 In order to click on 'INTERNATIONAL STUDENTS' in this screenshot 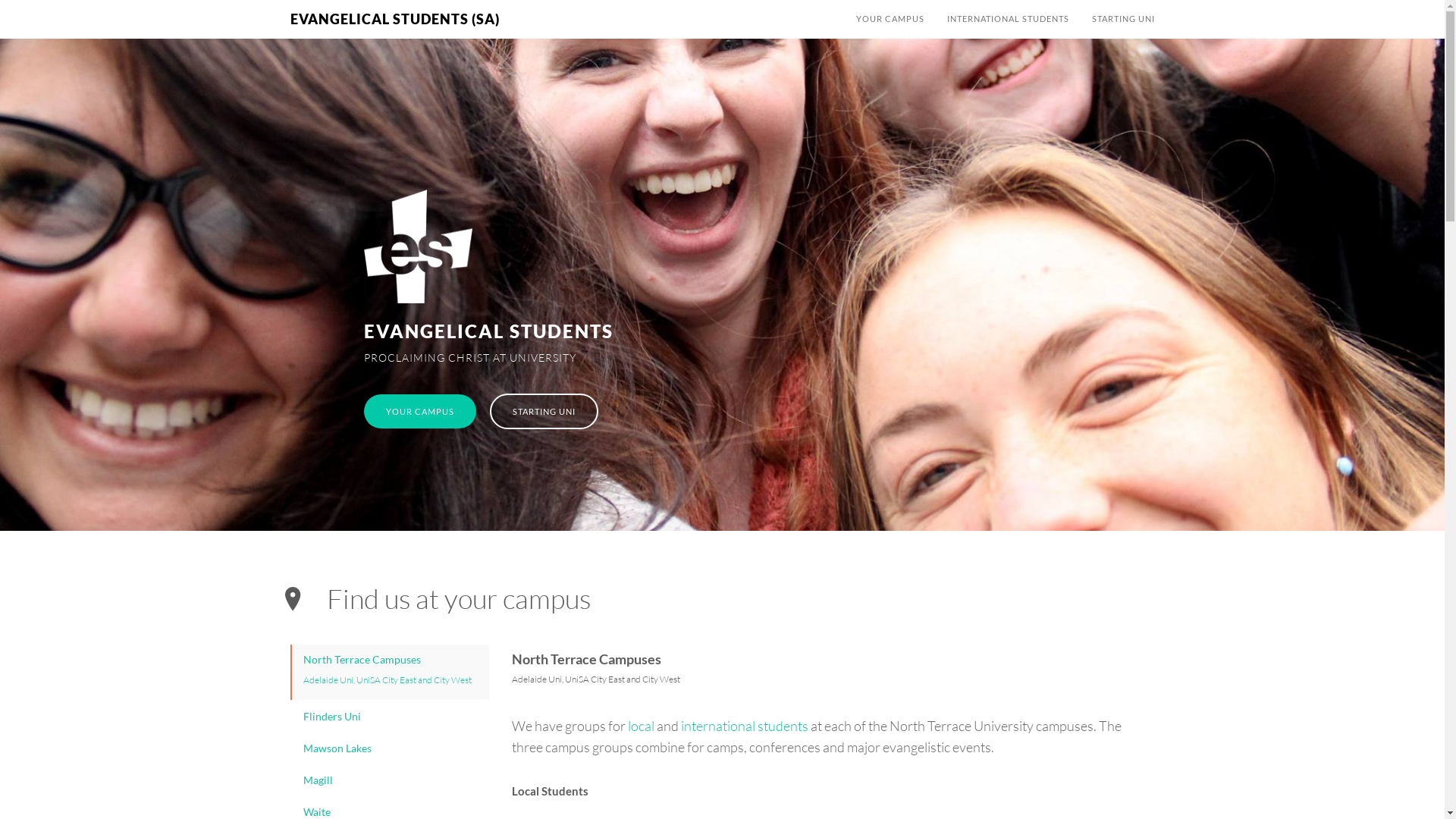, I will do `click(1008, 18)`.